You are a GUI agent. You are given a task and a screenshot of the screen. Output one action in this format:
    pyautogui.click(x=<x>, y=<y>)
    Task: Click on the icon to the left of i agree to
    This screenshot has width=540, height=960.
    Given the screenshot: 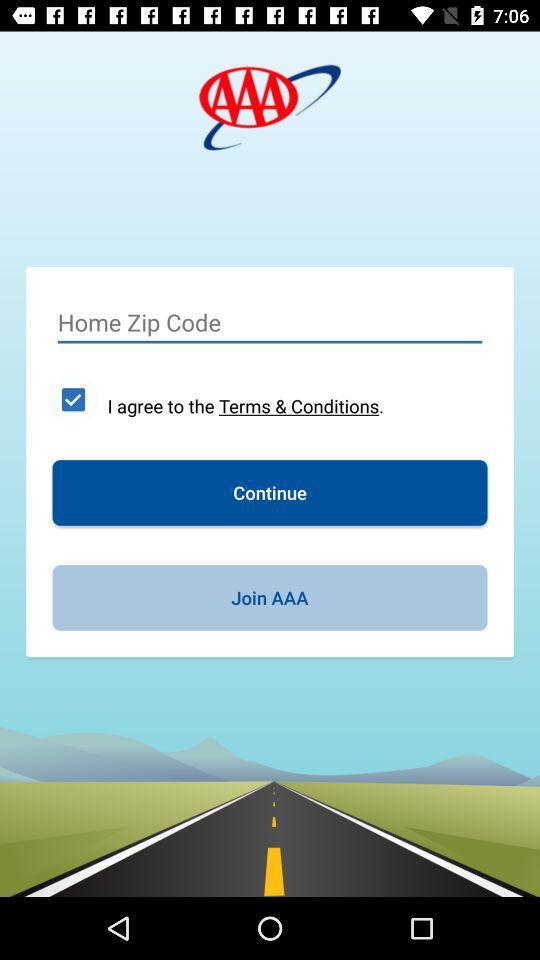 What is the action you would take?
    pyautogui.click(x=72, y=398)
    